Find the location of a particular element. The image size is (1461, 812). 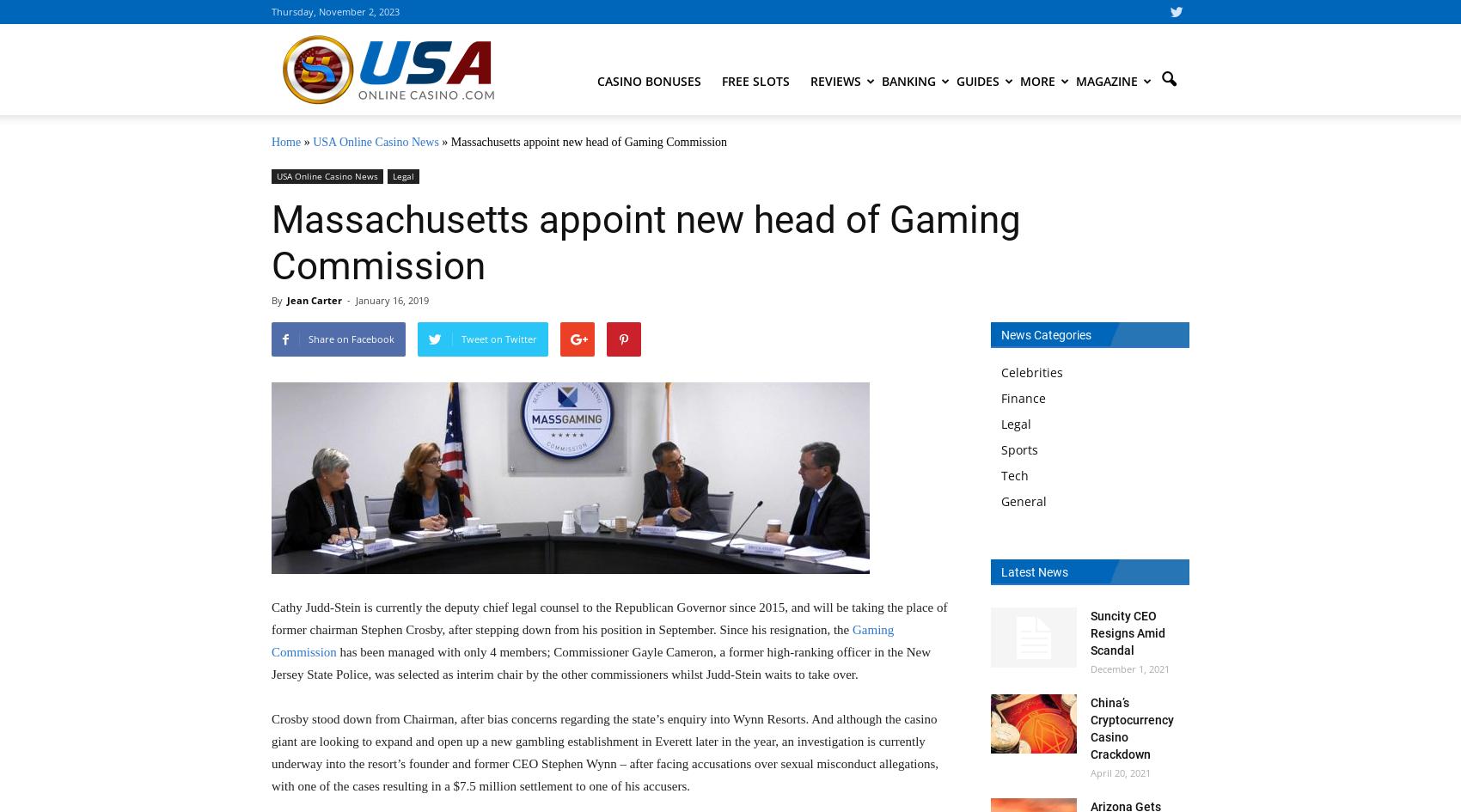

'-' is located at coordinates (346, 299).